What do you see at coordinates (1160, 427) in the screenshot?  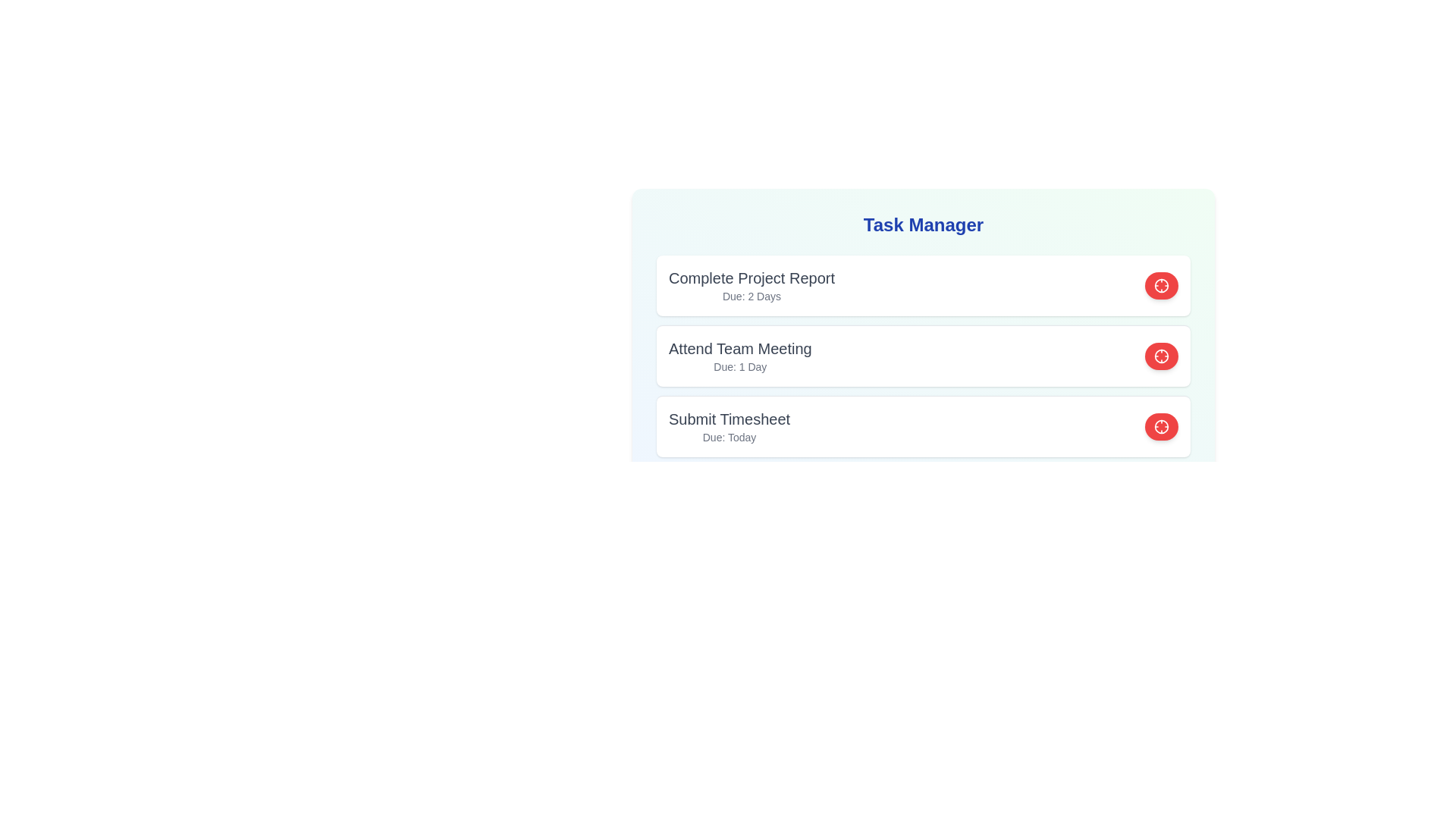 I see `the red circular button-like icon located on the far-right side of the third item` at bounding box center [1160, 427].